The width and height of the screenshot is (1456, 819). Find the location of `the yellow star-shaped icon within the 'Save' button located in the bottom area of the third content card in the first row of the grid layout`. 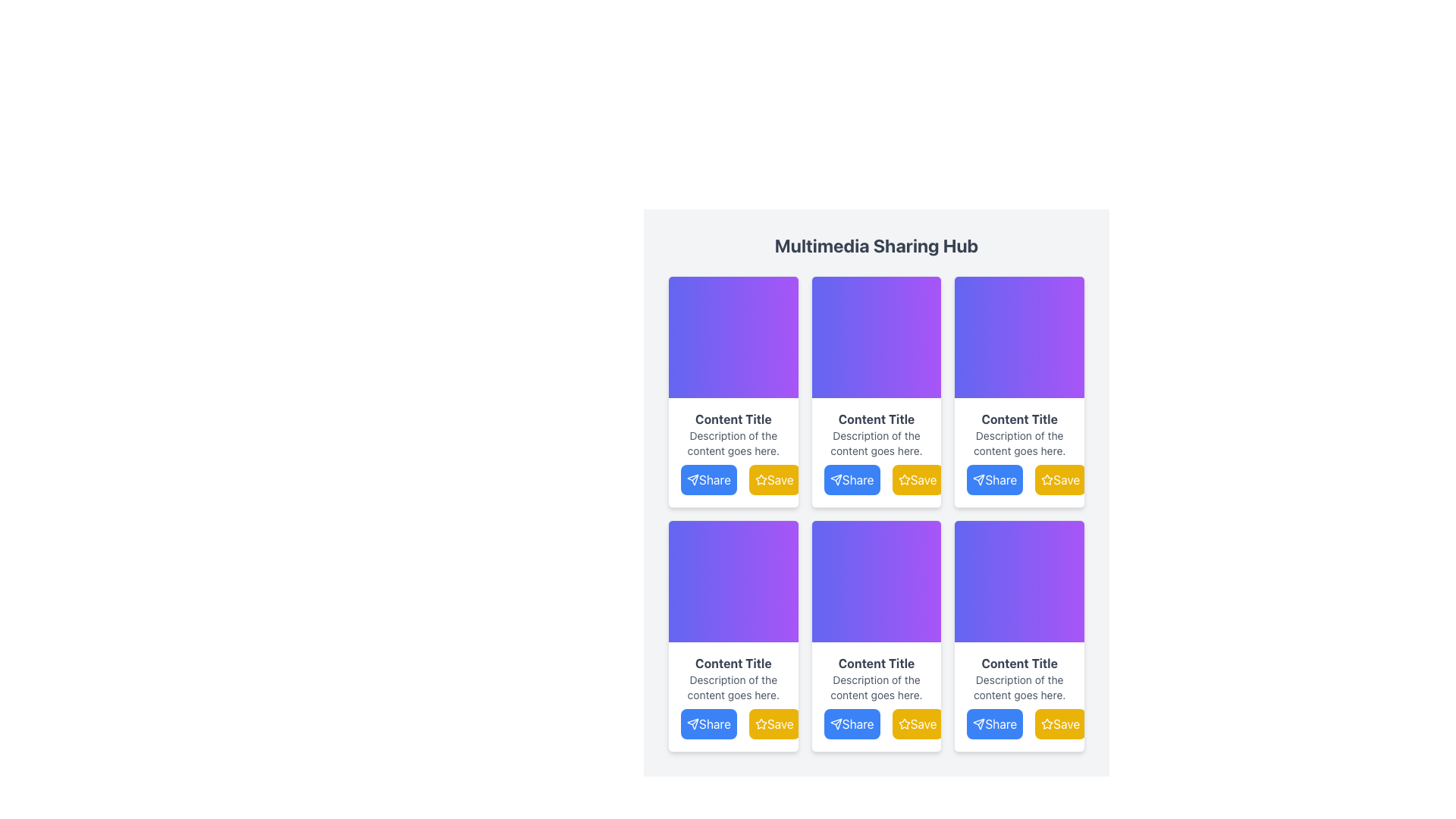

the yellow star-shaped icon within the 'Save' button located in the bottom area of the third content card in the first row of the grid layout is located at coordinates (1046, 479).